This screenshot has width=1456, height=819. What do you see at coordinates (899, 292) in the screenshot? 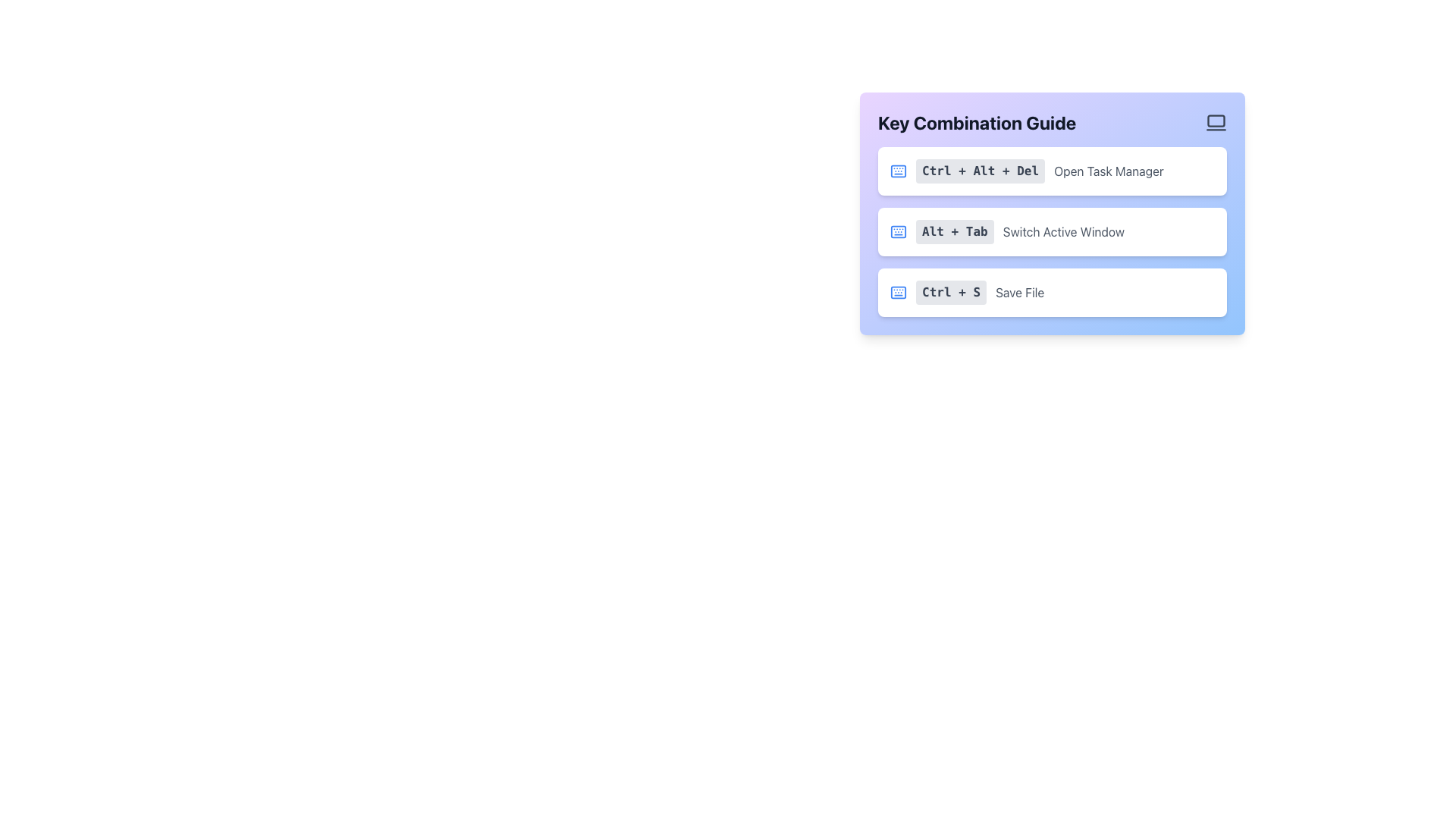
I see `the blue keyboard icon positioned at the beginning of the 'Ctrl + S Save File' box in the 'Key Combination Guide' list` at bounding box center [899, 292].